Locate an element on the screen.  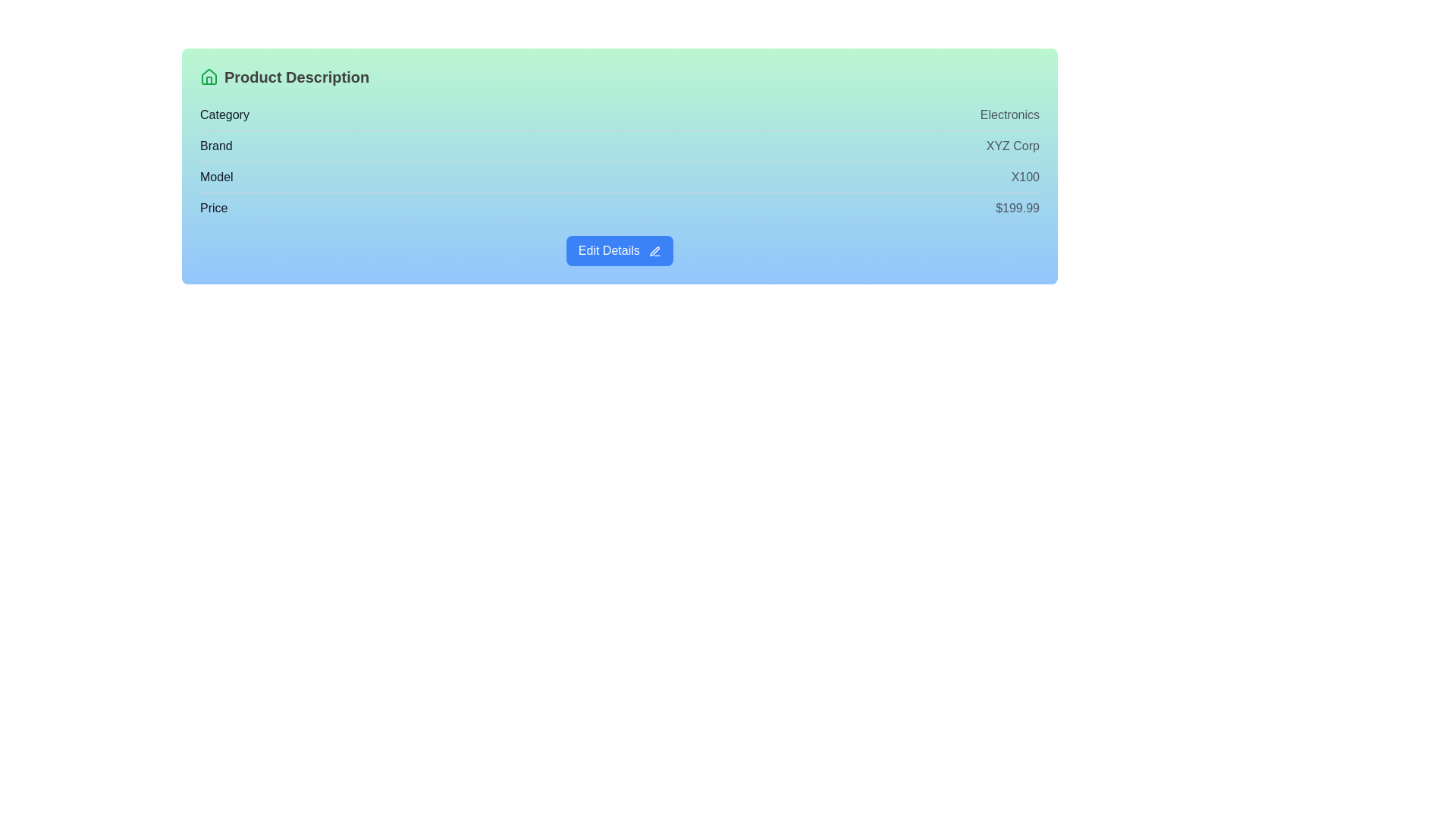
the 'Brand' text label, which displays 'Brand' in medium-weight dark gray font on a light blue gradient background, located under the 'Product Description' header is located at coordinates (215, 146).